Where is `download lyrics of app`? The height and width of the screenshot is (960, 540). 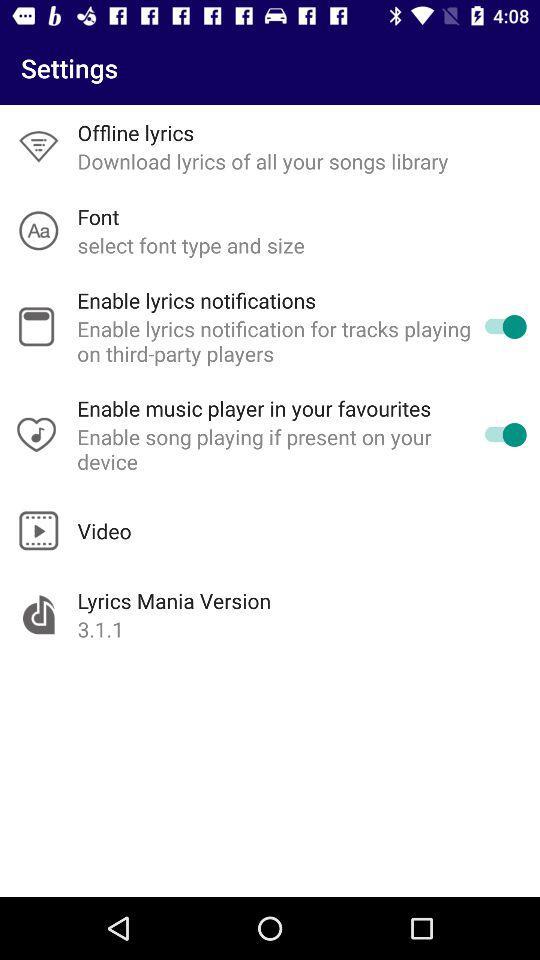 download lyrics of app is located at coordinates (263, 160).